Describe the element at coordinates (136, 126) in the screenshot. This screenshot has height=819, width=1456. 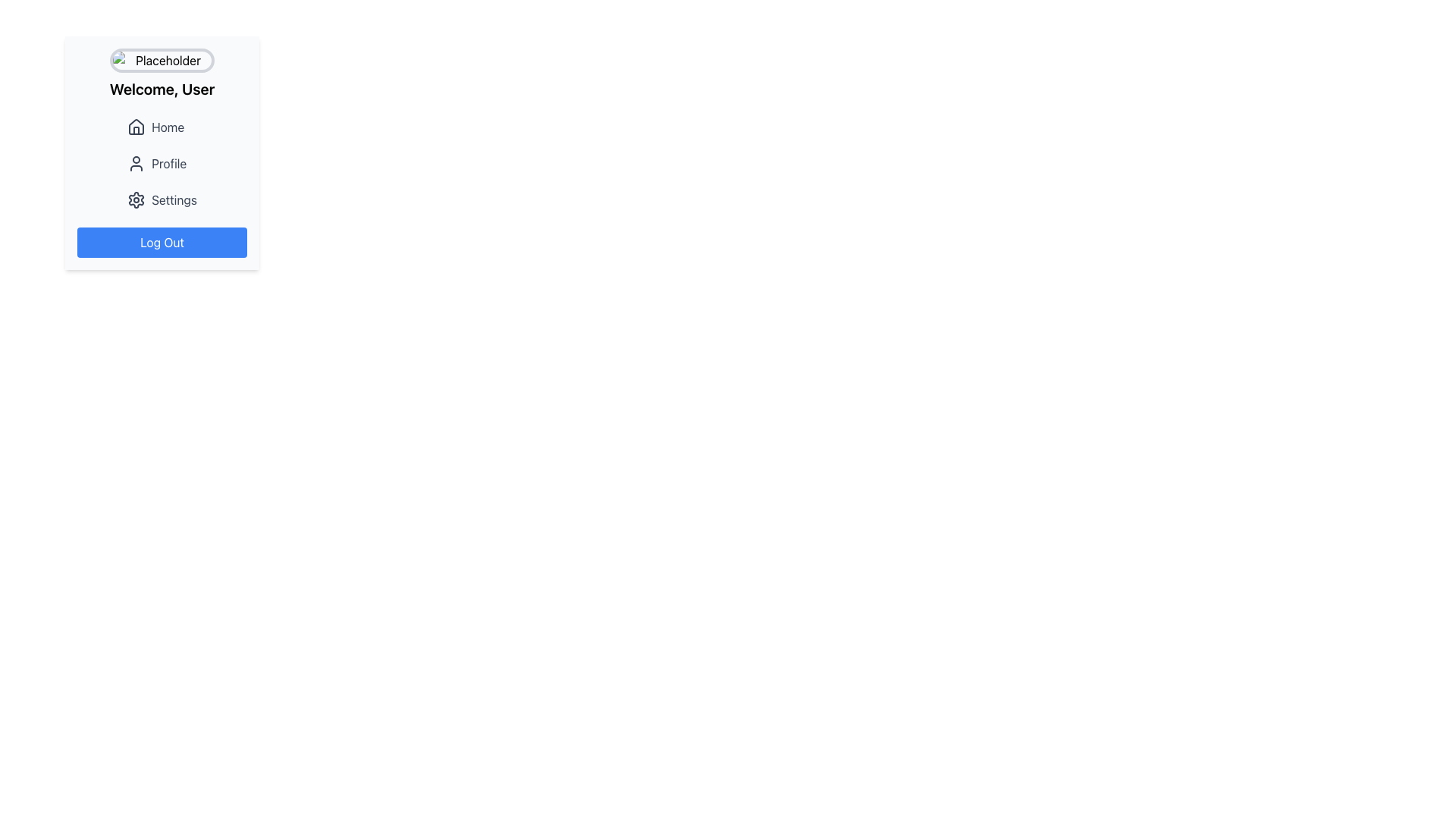
I see `the decorative home icon located in the top-left corner of the side menu, which visually represents the 'Home' action` at that location.